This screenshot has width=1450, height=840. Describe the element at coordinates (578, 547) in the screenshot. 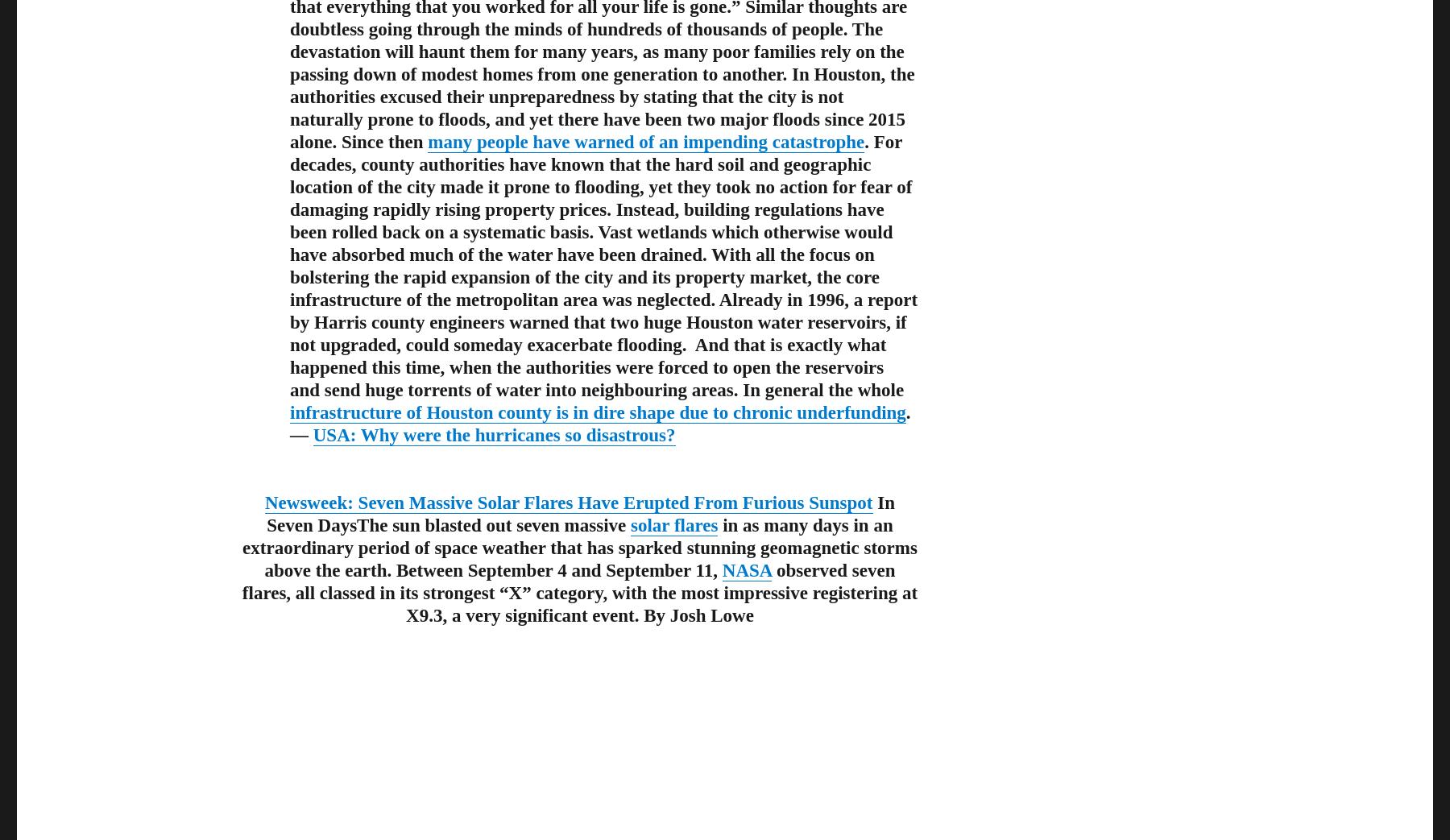

I see `'in as many days in an extraordinary period of space weather that has sparked stunning geomagnetic storms above the earth. Between September 4 and September 11,'` at that location.